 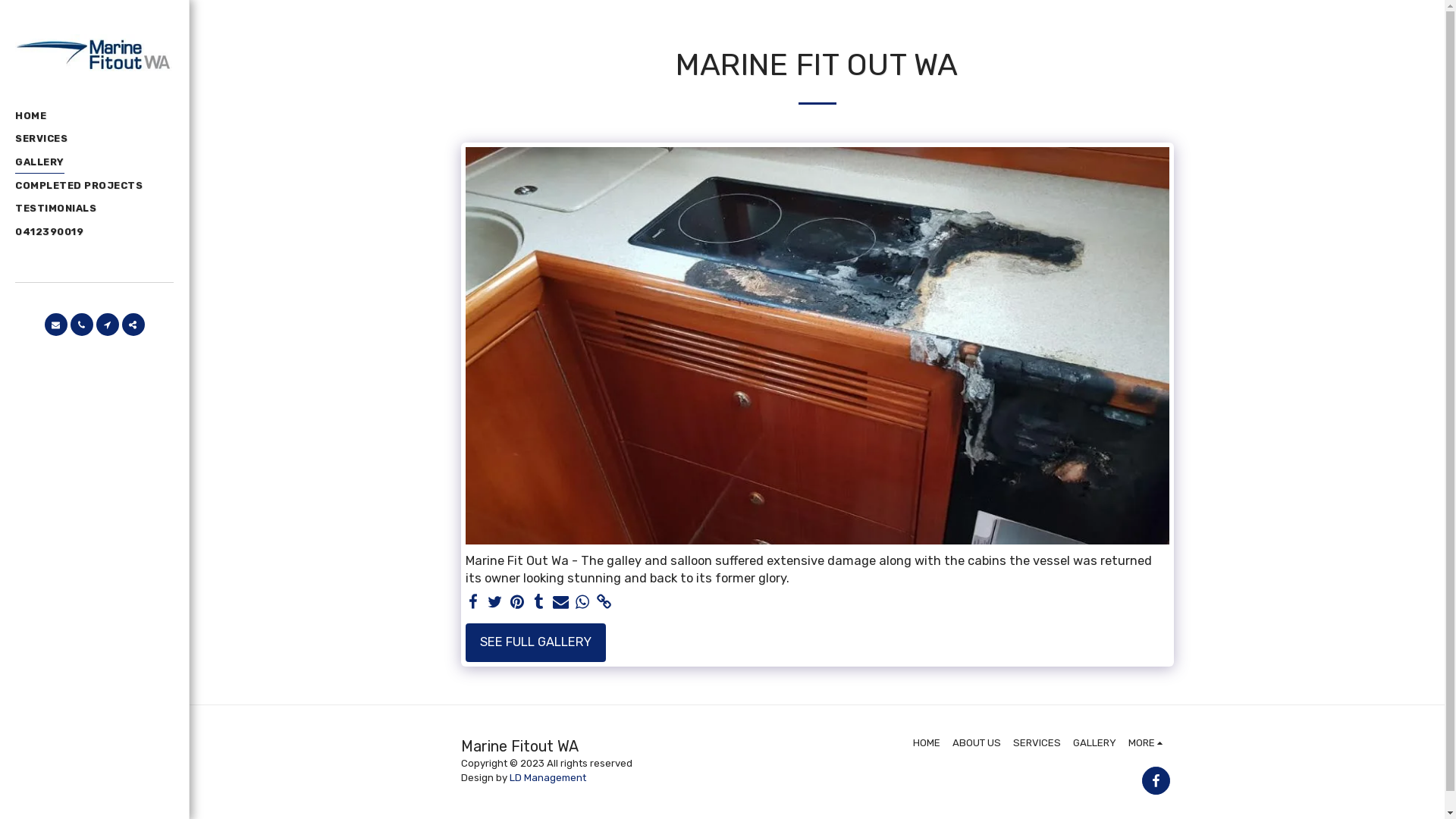 What do you see at coordinates (1036, 742) in the screenshot?
I see `'SERVICES'` at bounding box center [1036, 742].